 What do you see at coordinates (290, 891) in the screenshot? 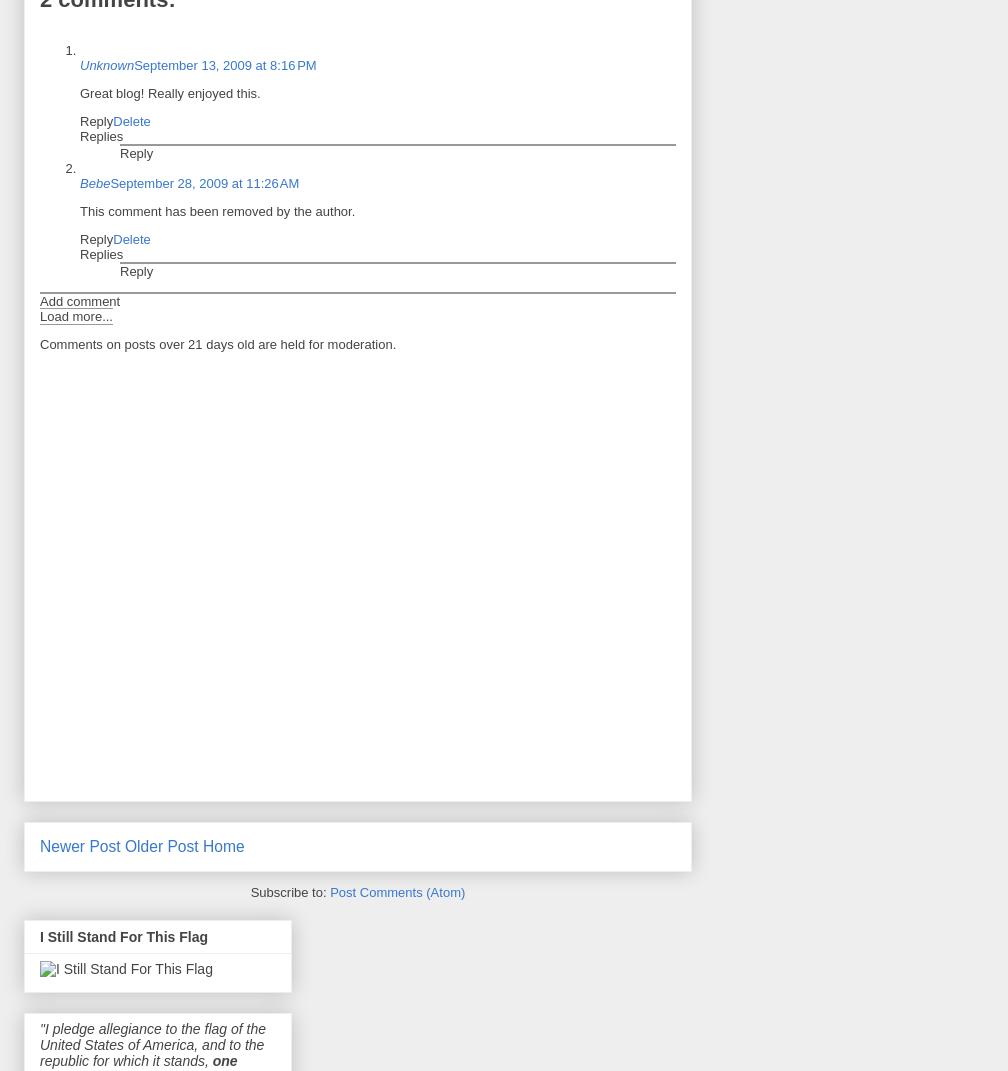
I see `'Subscribe to:'` at bounding box center [290, 891].